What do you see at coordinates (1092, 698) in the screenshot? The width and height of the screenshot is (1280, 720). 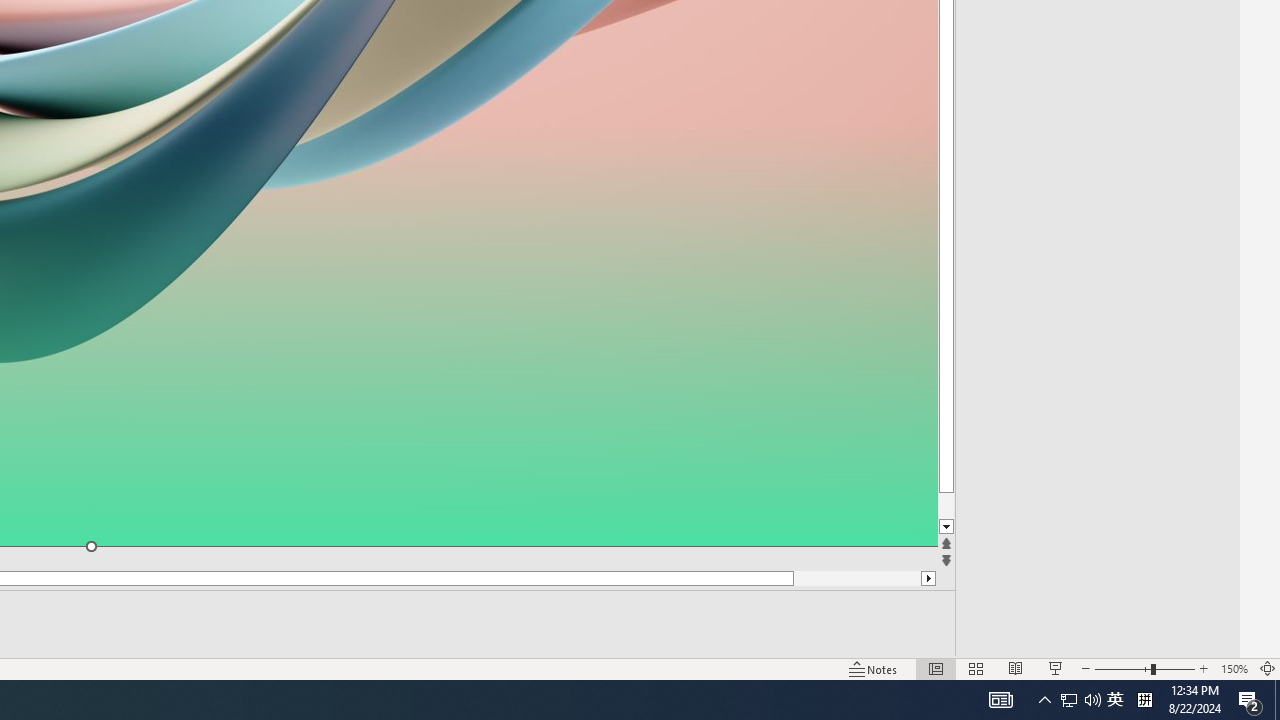 I see `'Q2790: 100%'` at bounding box center [1092, 698].